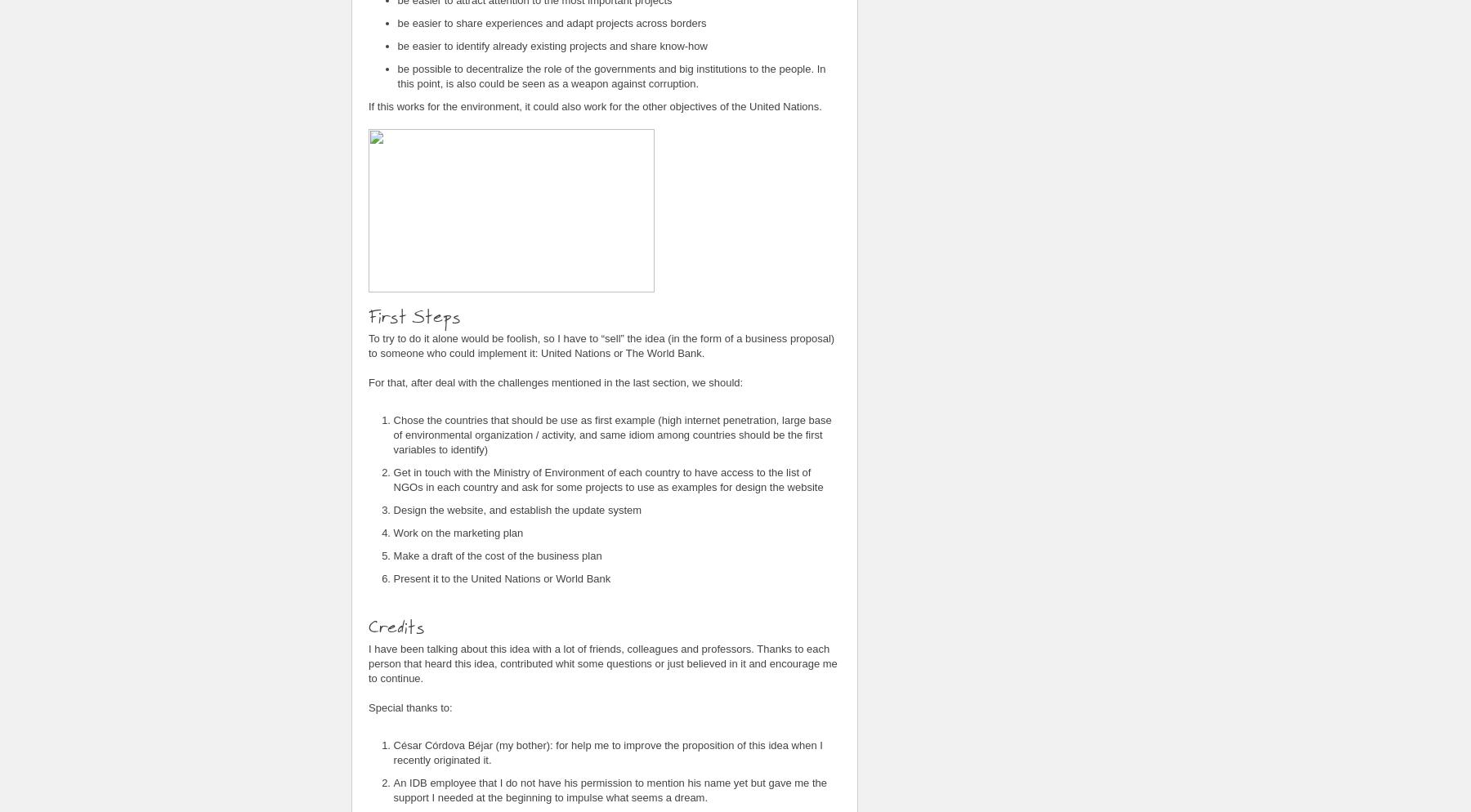  What do you see at coordinates (552, 22) in the screenshot?
I see `'be easier to share experiences and adapt projects across borders'` at bounding box center [552, 22].